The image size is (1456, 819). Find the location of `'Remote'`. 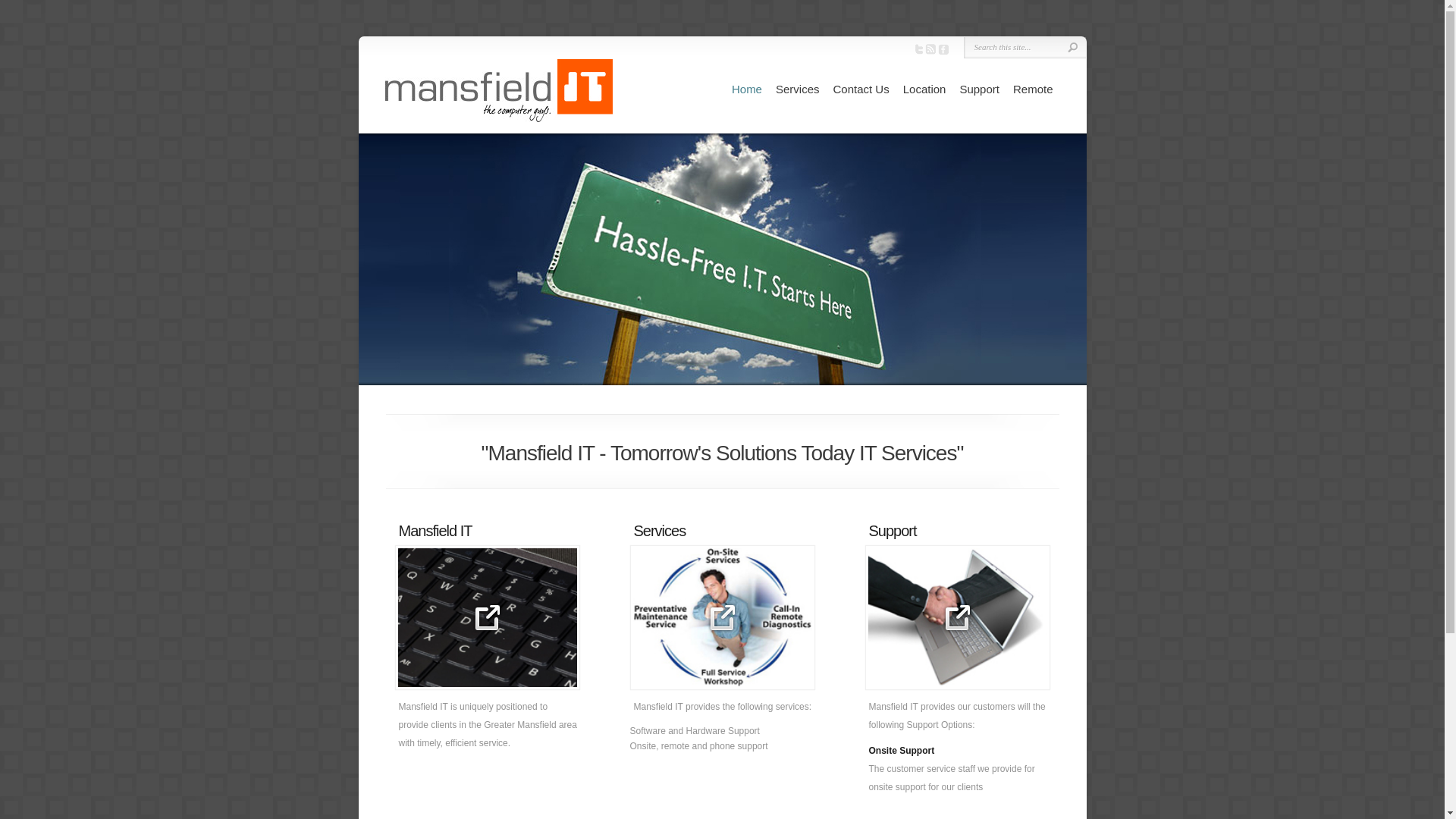

'Remote' is located at coordinates (1032, 89).